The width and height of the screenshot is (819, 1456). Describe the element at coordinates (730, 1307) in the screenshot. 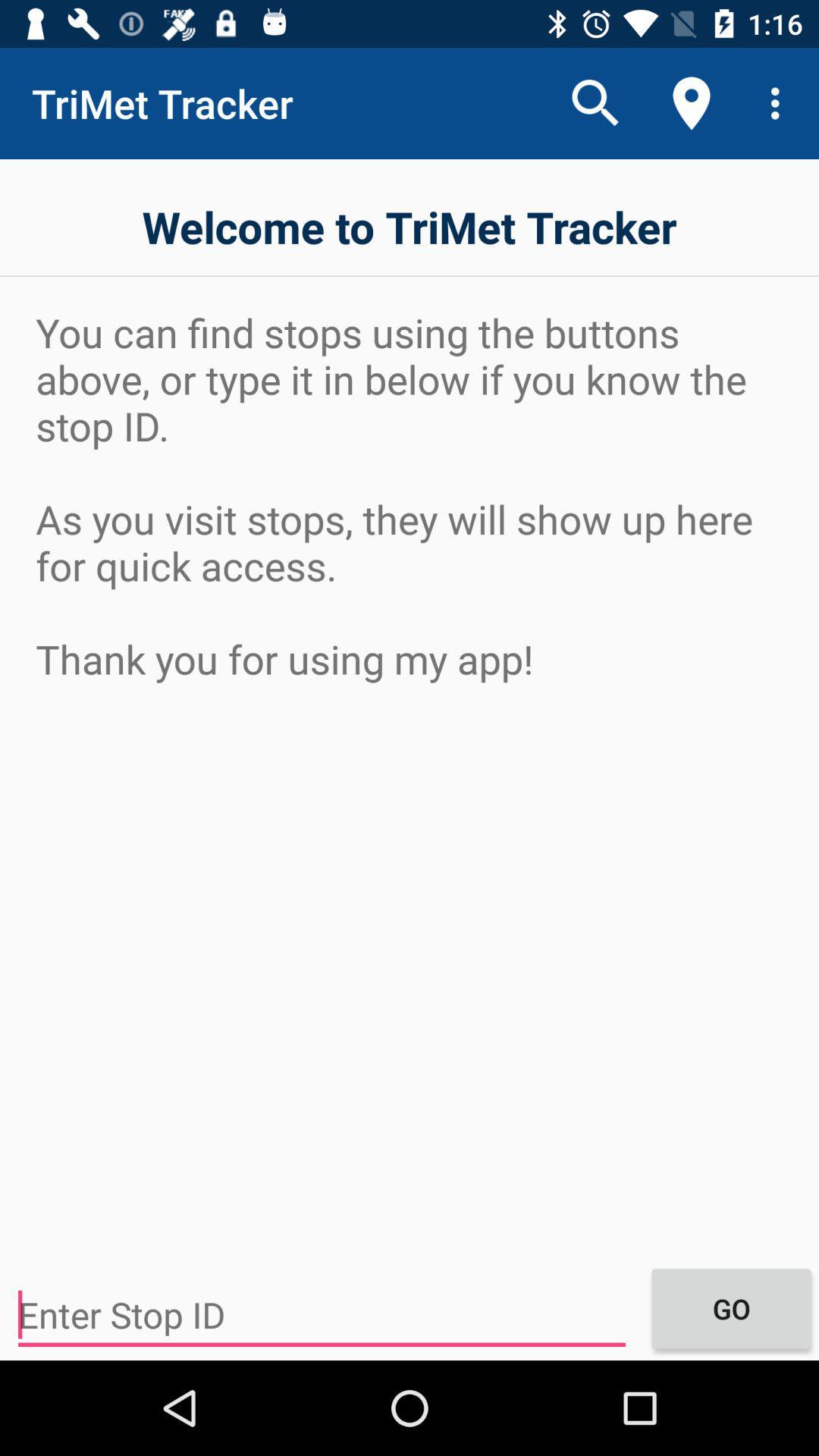

I see `the go at the bottom right corner` at that location.